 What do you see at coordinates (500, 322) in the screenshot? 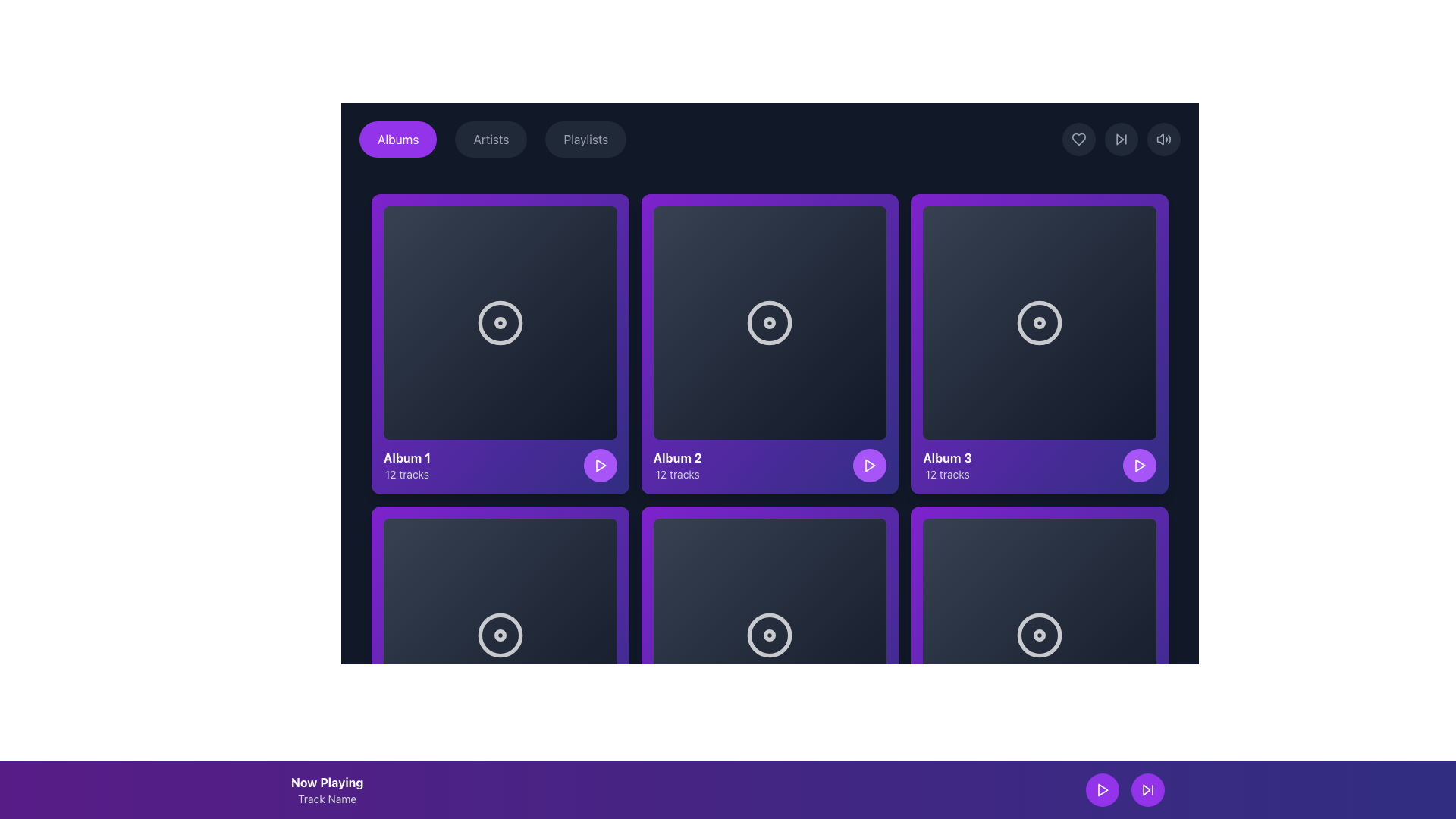
I see `the decorative icon located at the center of the top-left card labeled 'Album 1'` at bounding box center [500, 322].